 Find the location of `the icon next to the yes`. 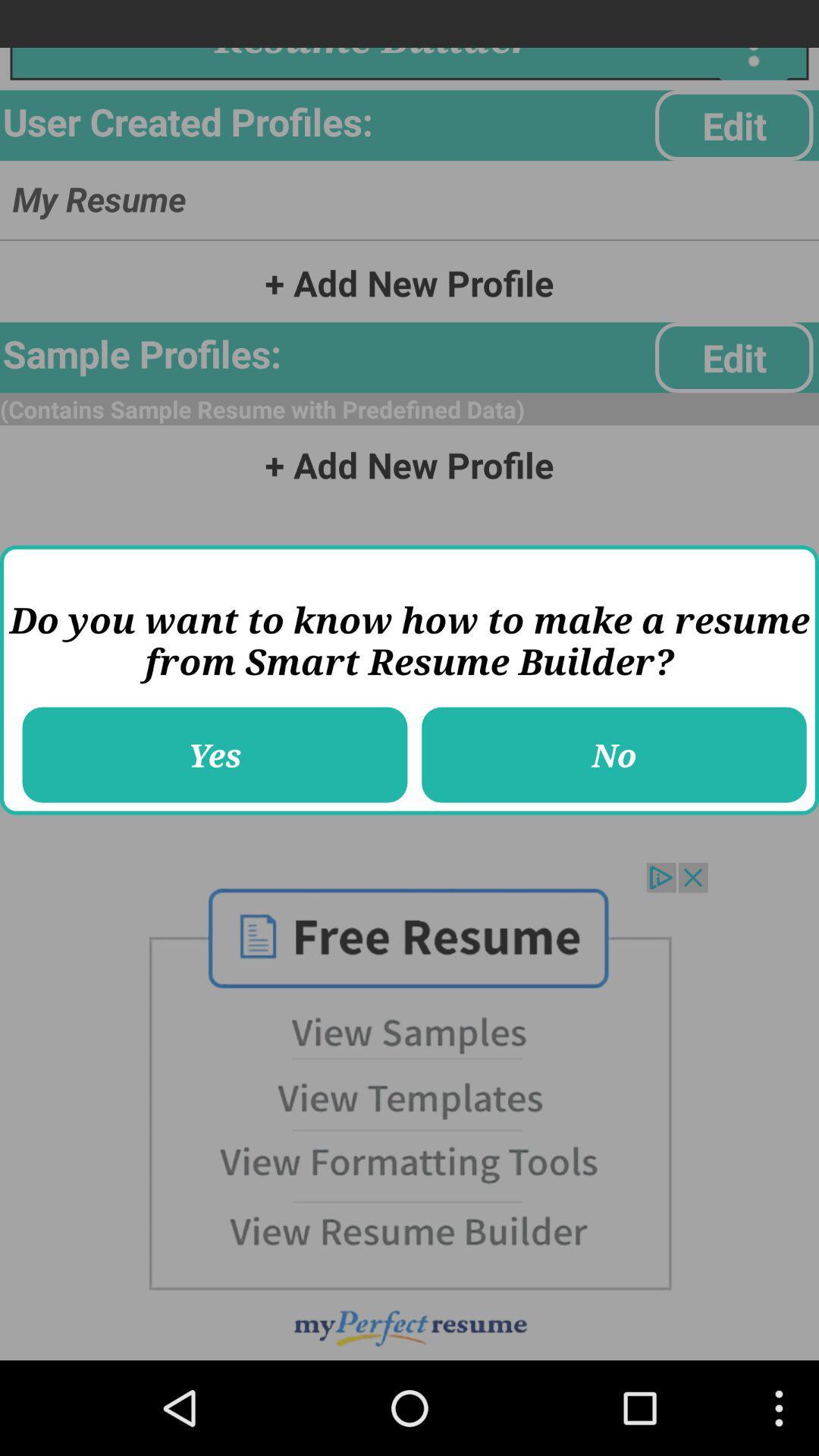

the icon next to the yes is located at coordinates (614, 755).